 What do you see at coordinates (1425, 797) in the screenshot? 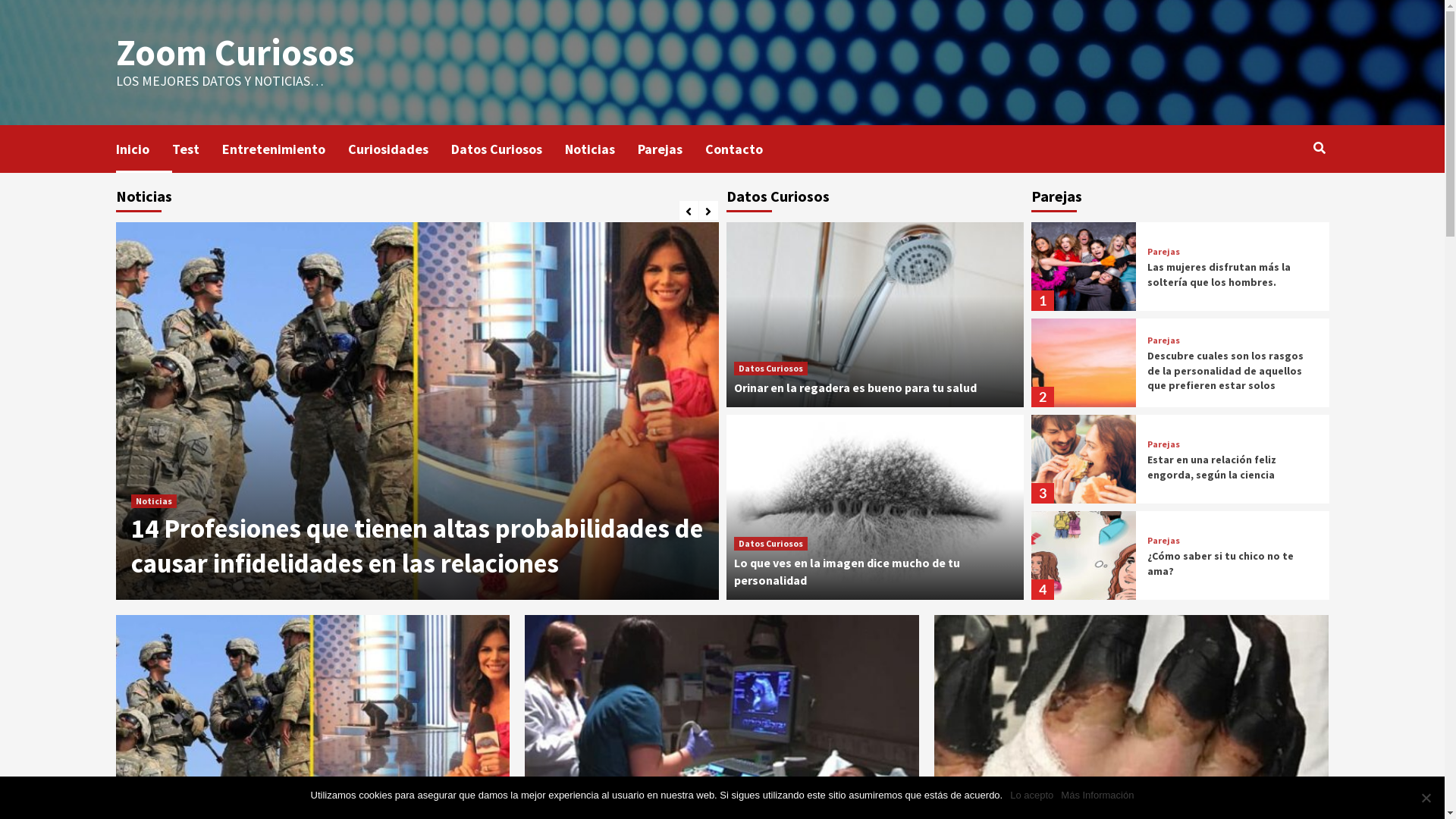
I see `'No'` at bounding box center [1425, 797].